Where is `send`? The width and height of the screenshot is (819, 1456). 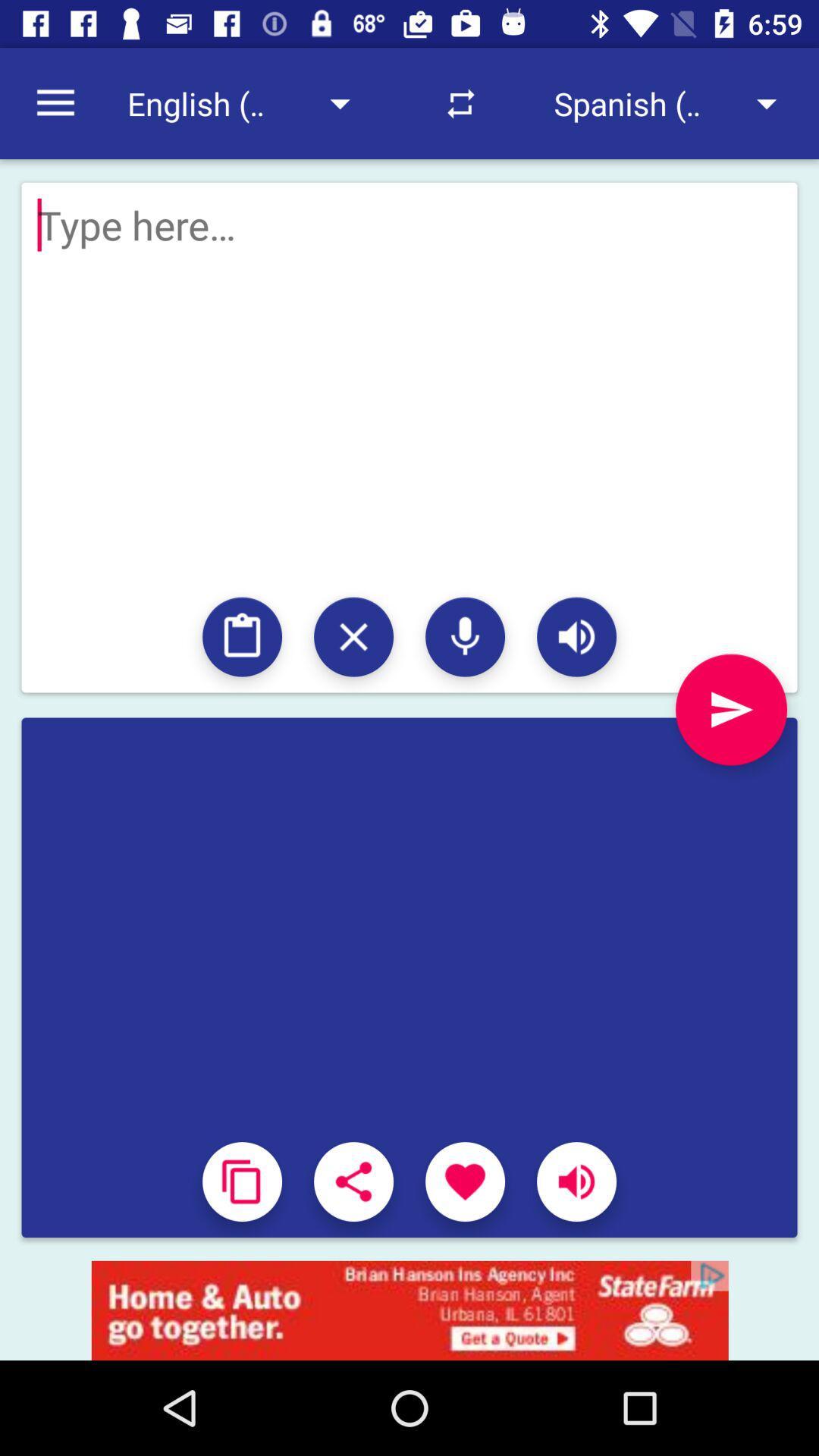 send is located at coordinates (730, 709).